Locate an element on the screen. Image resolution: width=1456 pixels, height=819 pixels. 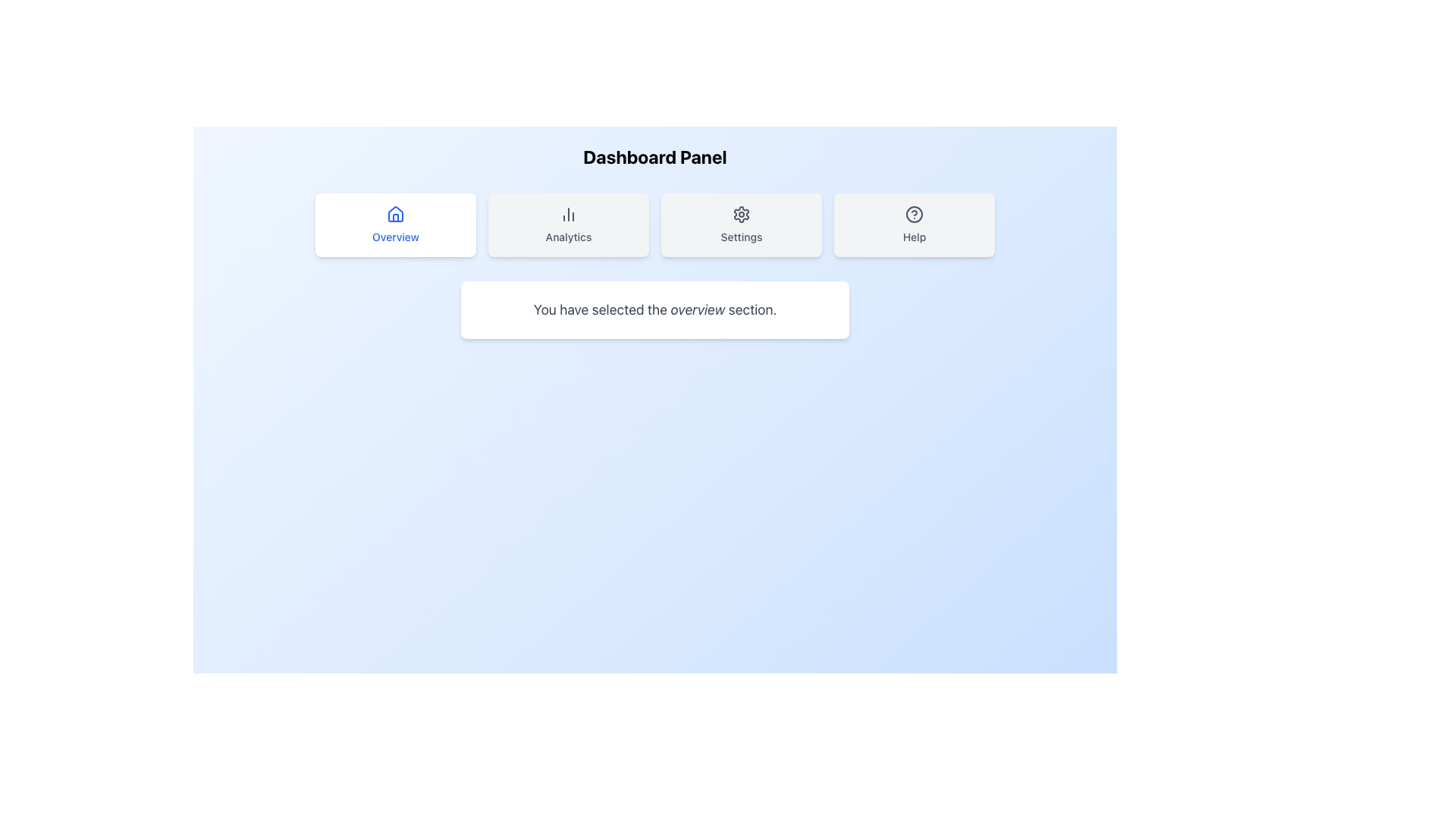
the circular SVG graphical shape that is part of the 'Help' button in the top-right section of the dashboard is located at coordinates (913, 214).